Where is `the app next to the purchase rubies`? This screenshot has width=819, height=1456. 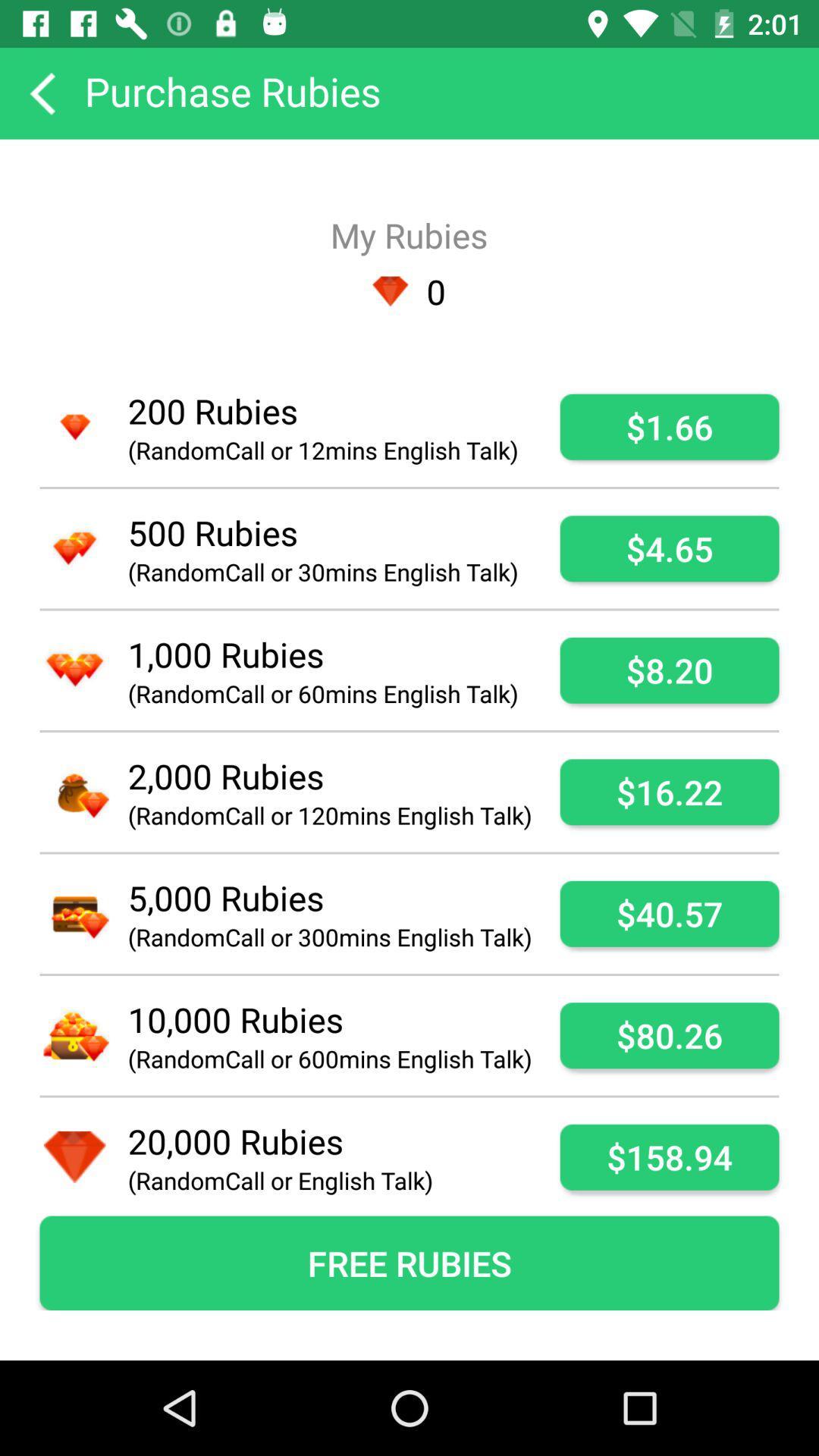 the app next to the purchase rubies is located at coordinates (41, 93).